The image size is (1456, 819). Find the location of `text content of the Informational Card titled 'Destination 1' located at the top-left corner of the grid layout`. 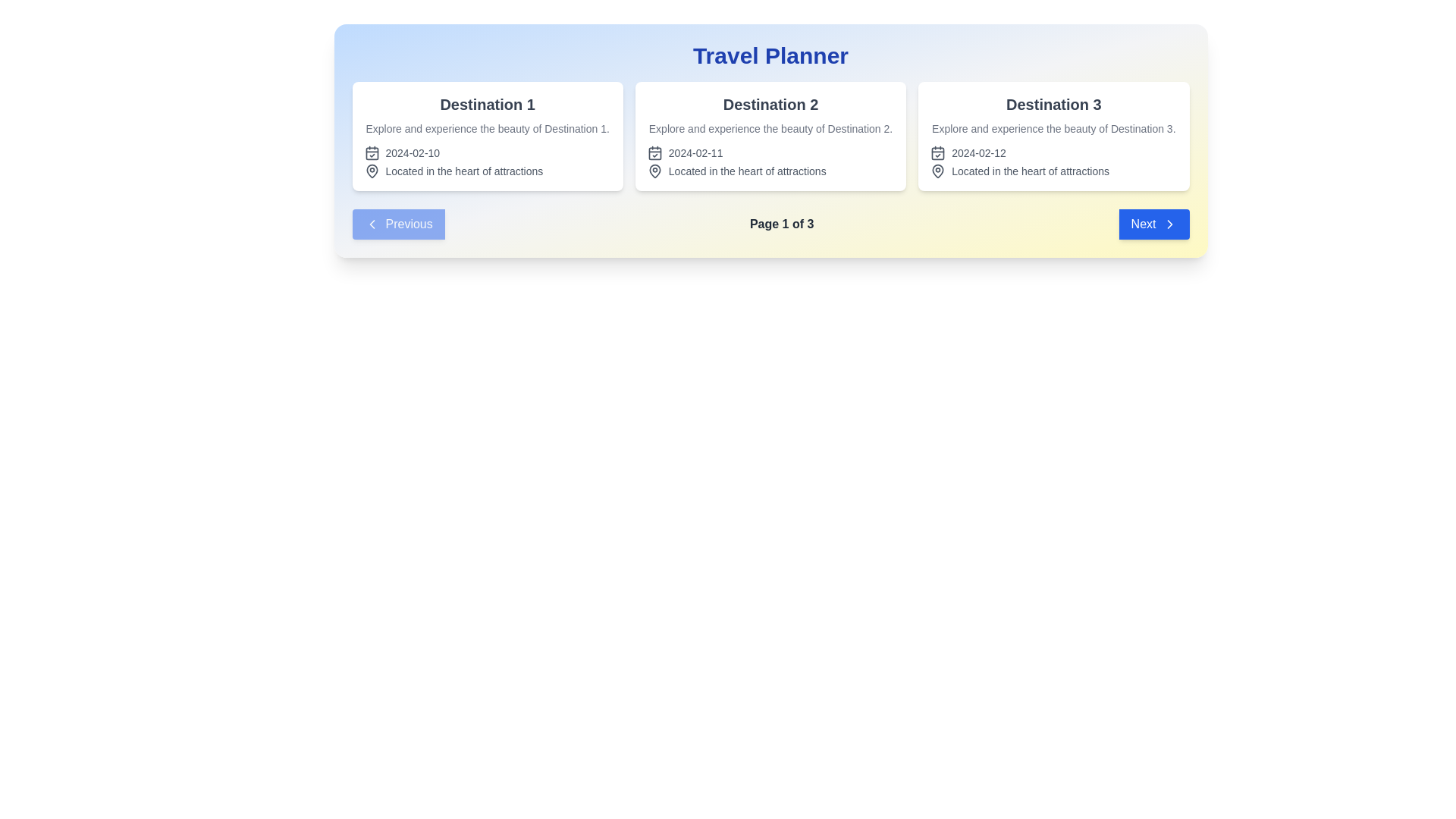

text content of the Informational Card titled 'Destination 1' located at the top-left corner of the grid layout is located at coordinates (488, 136).